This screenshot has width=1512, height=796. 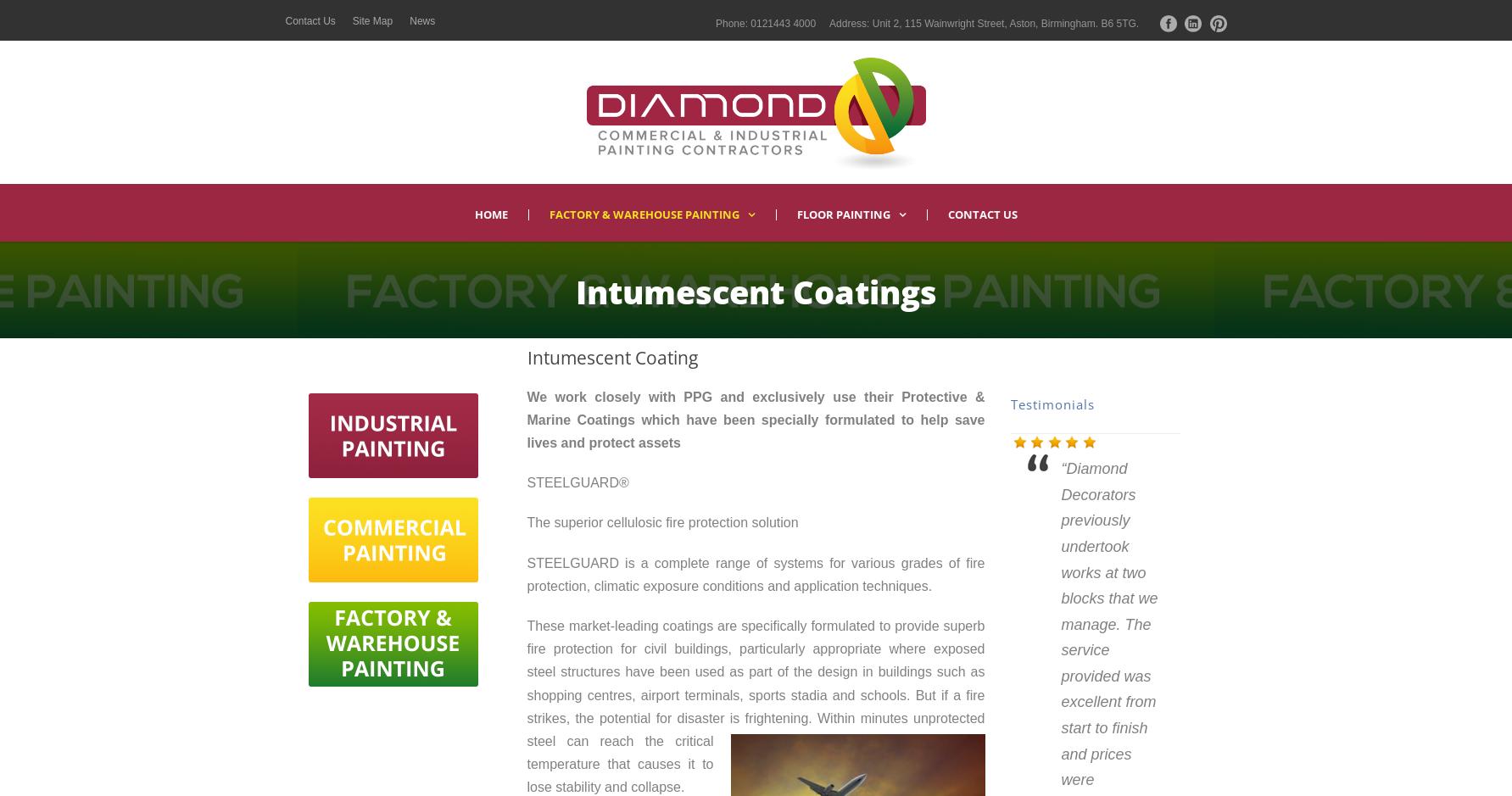 What do you see at coordinates (371, 20) in the screenshot?
I see `'Site Map'` at bounding box center [371, 20].